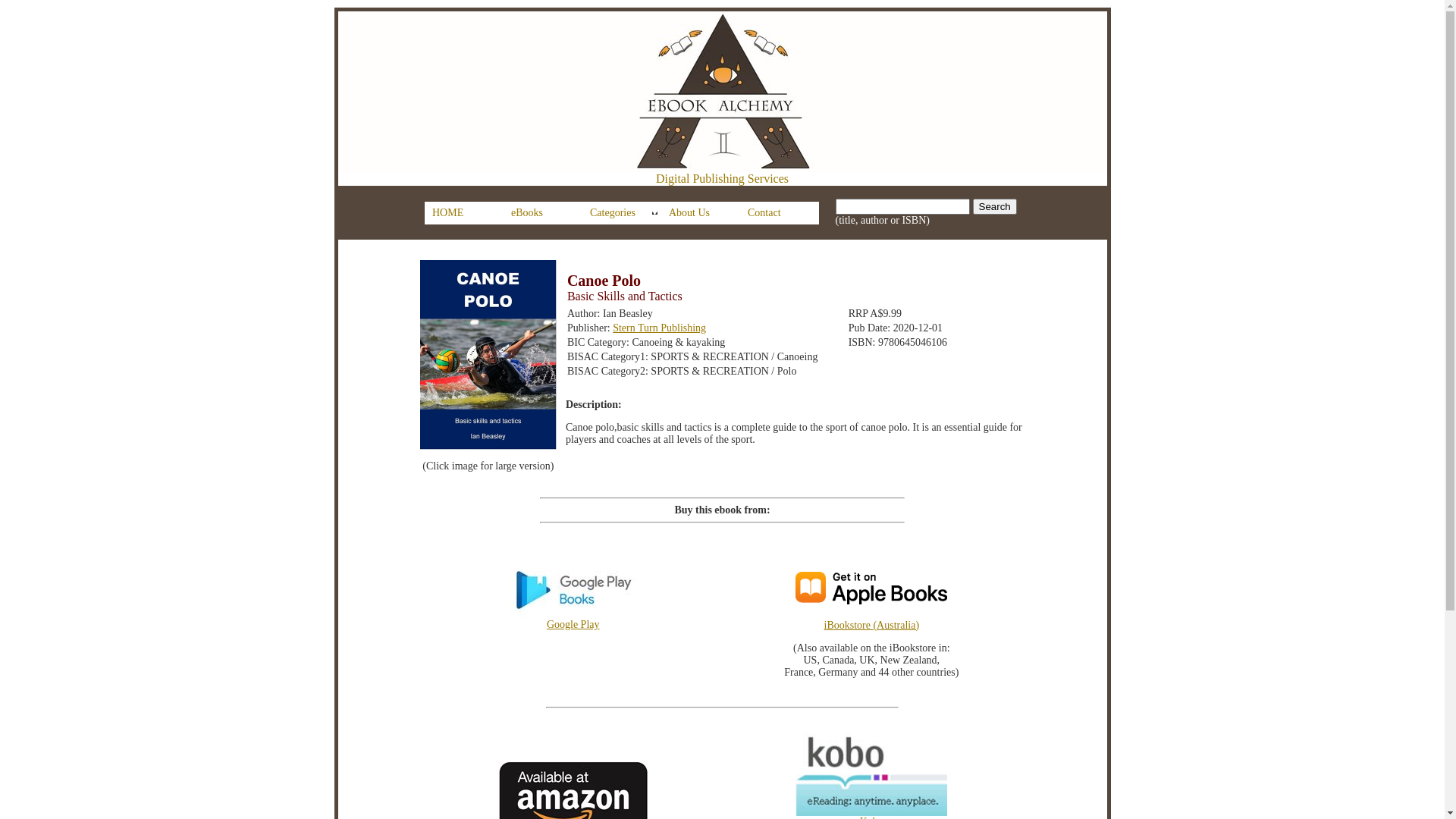  I want to click on 'HOME', so click(463, 213).